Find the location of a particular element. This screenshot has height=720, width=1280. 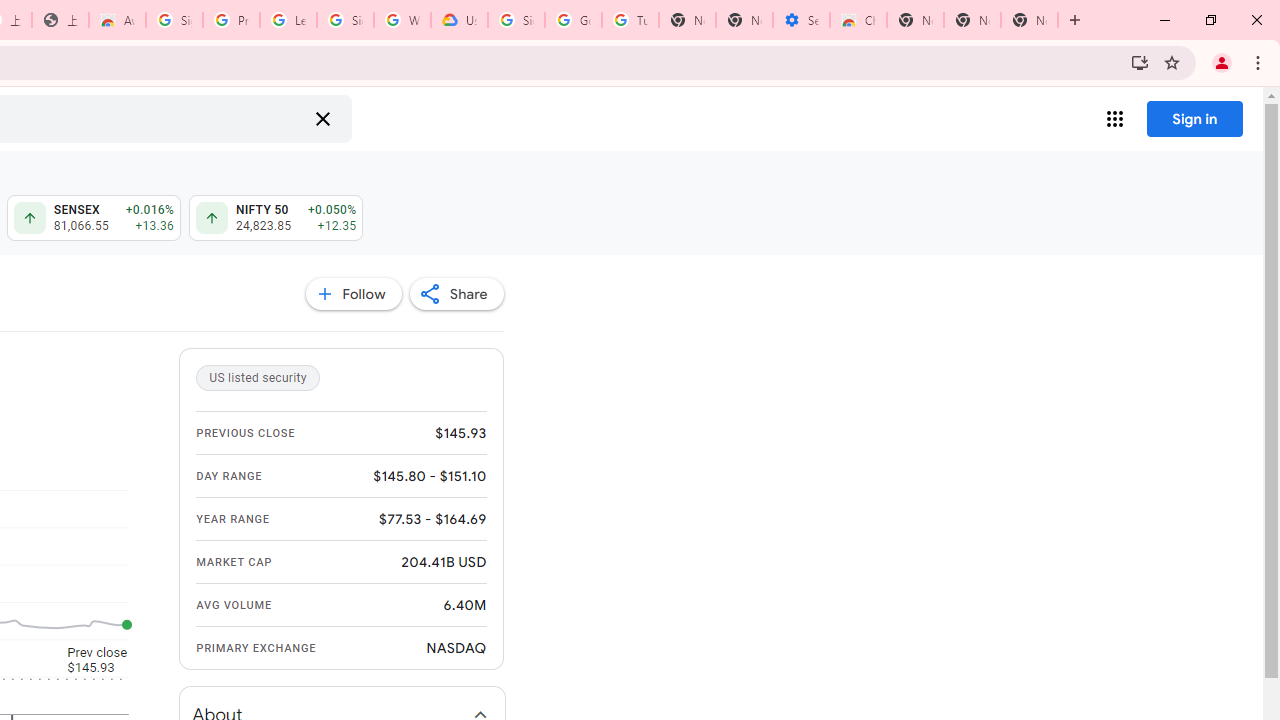

'Turn cookies on or off - Computer - Google Account Help' is located at coordinates (629, 20).